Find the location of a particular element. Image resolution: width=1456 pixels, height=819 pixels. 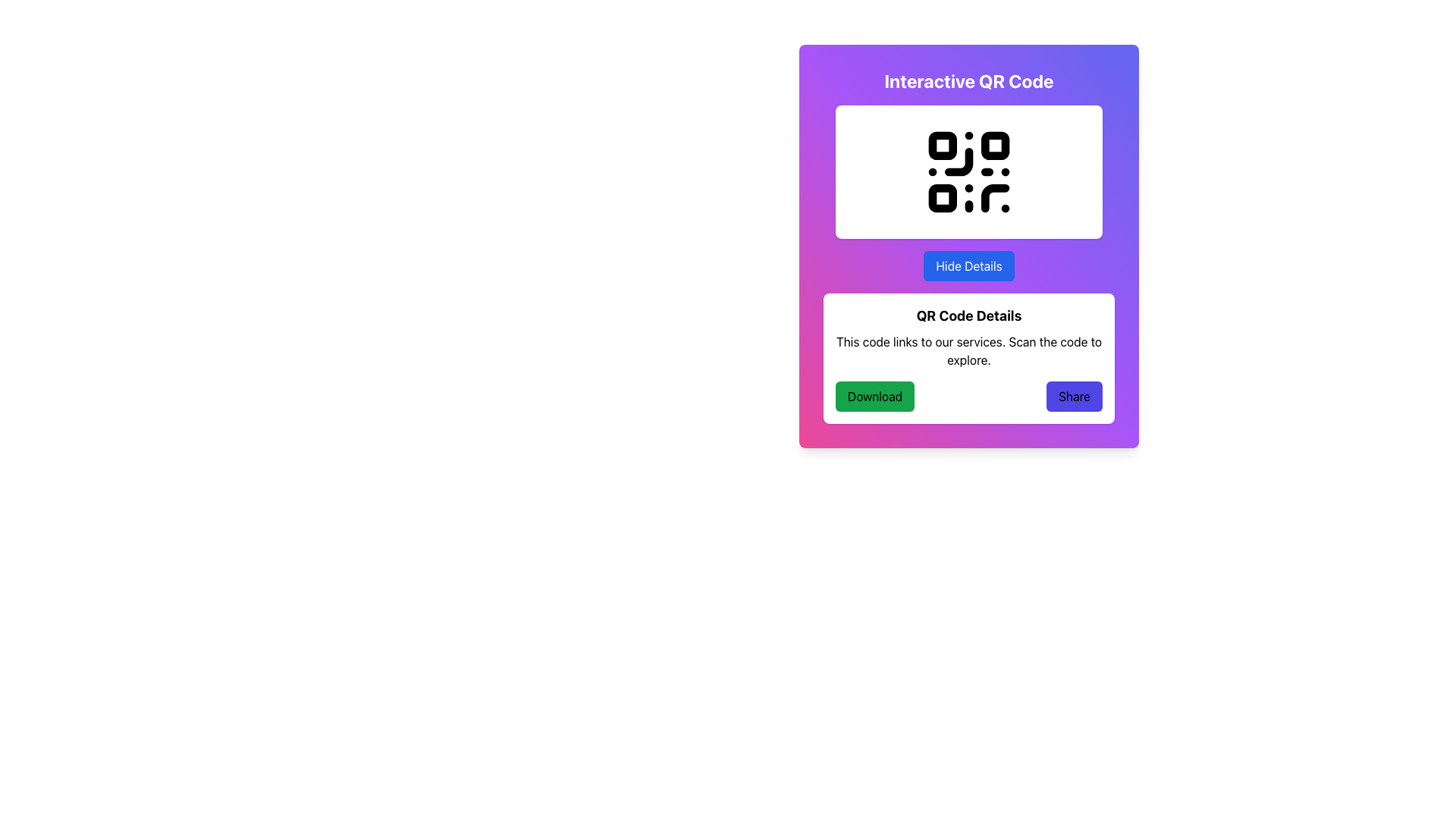

the small black square component that resembles part of a QR code structure, located in the bottom-left quadrant of the QR code is located at coordinates (942, 197).